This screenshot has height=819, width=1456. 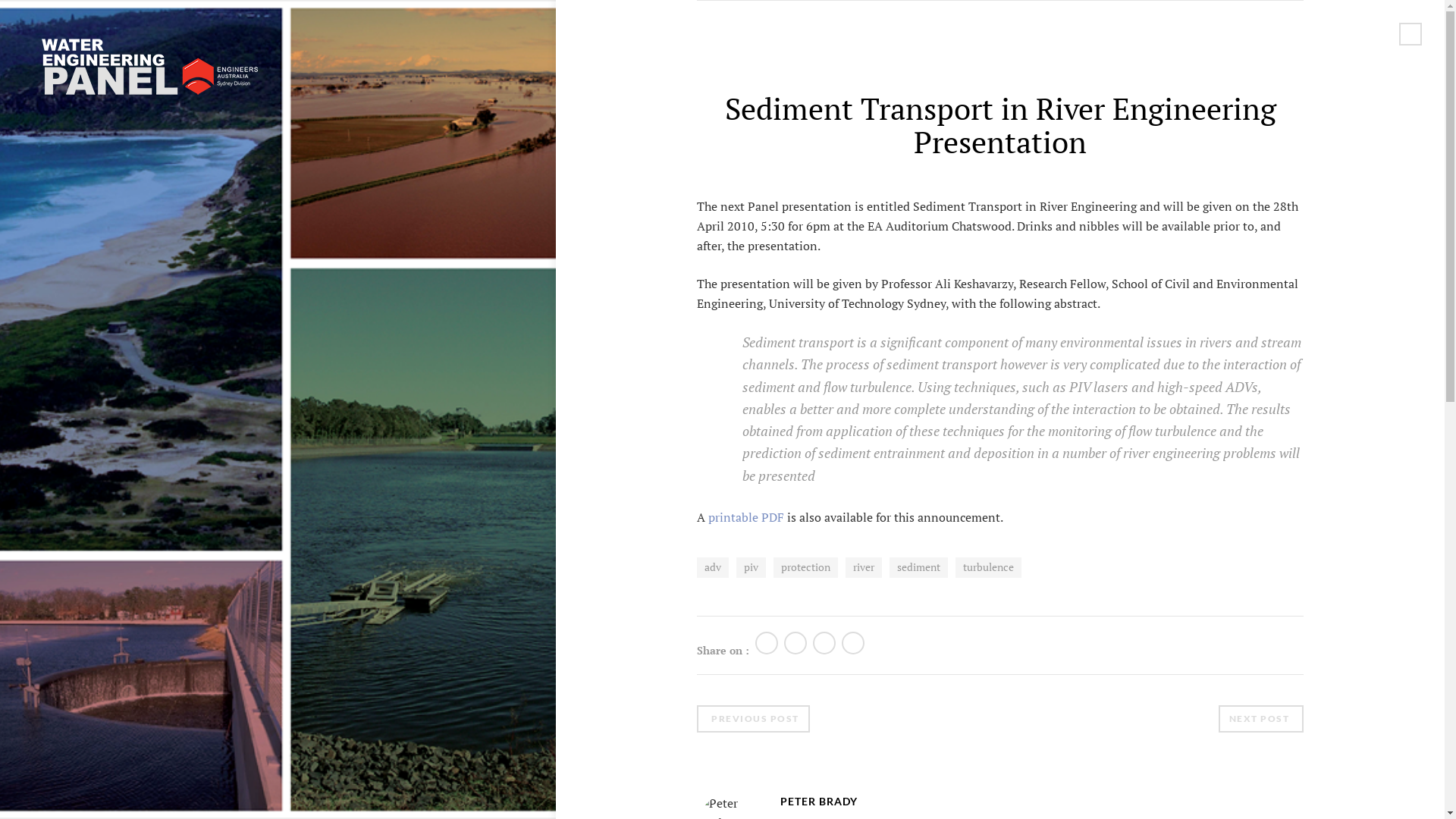 What do you see at coordinates (918, 567) in the screenshot?
I see `'sediment'` at bounding box center [918, 567].